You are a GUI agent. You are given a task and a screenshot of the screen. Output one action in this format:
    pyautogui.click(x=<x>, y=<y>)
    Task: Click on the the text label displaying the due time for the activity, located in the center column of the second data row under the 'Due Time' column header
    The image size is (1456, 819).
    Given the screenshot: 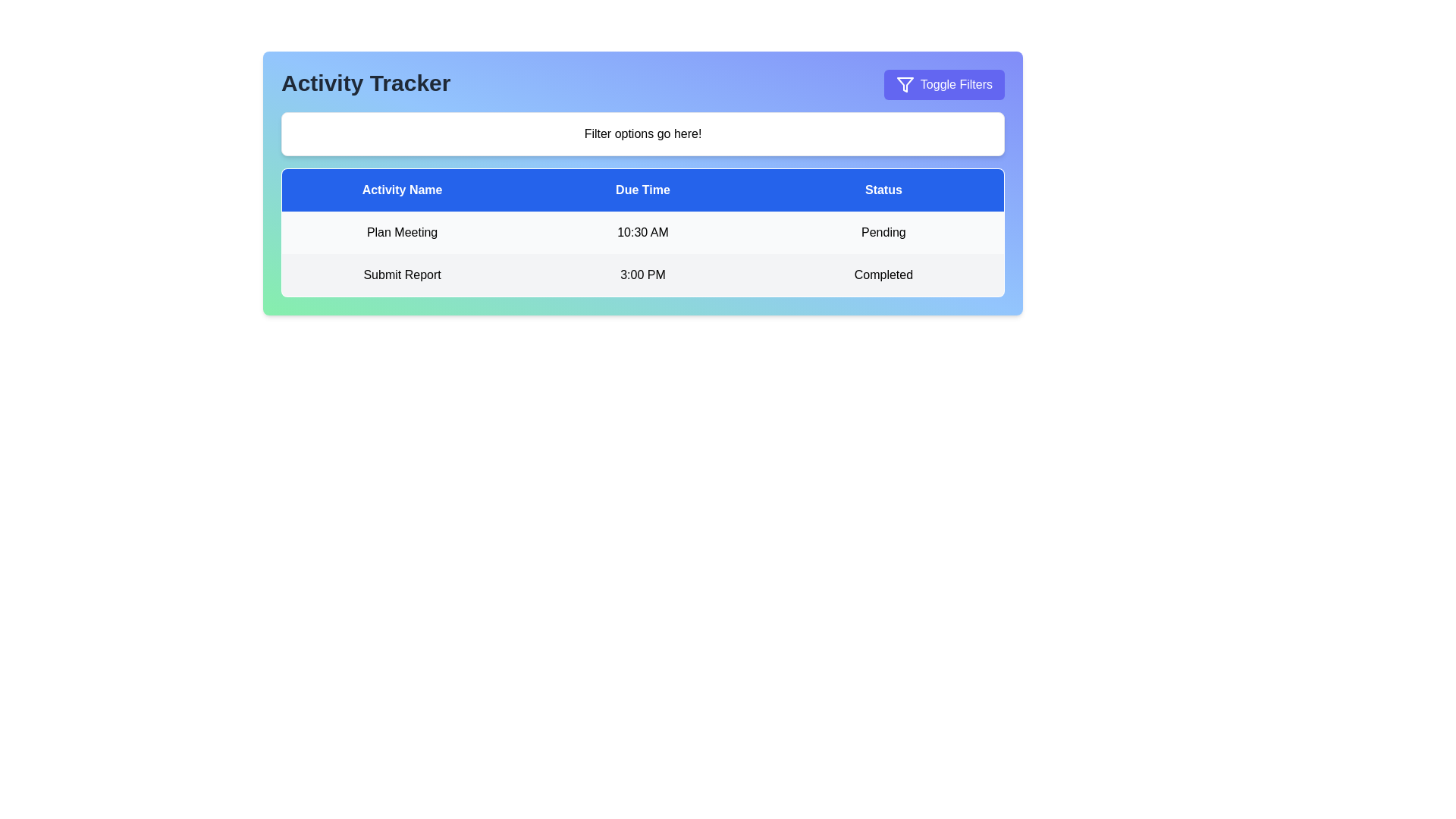 What is the action you would take?
    pyautogui.click(x=643, y=275)
    